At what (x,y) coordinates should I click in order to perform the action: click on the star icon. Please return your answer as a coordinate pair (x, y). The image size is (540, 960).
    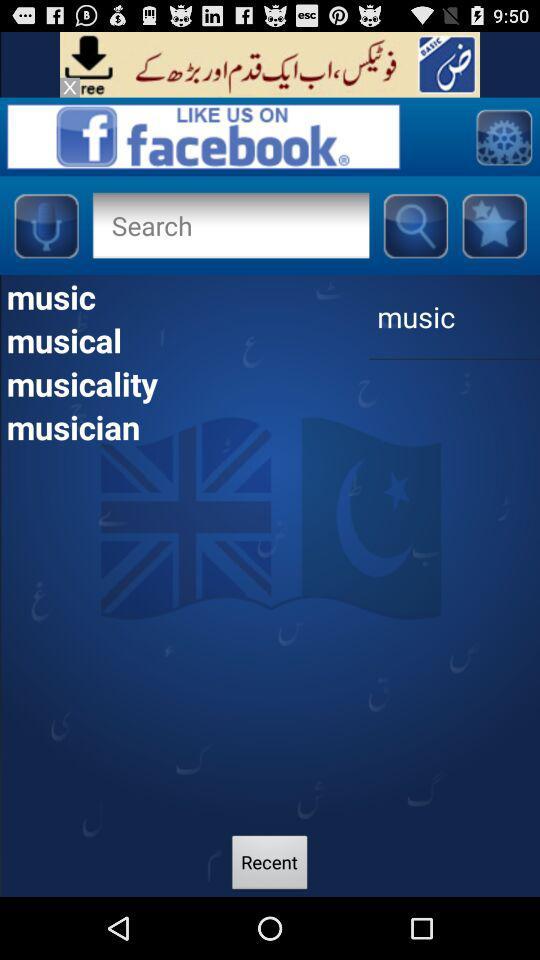
    Looking at the image, I should click on (493, 240).